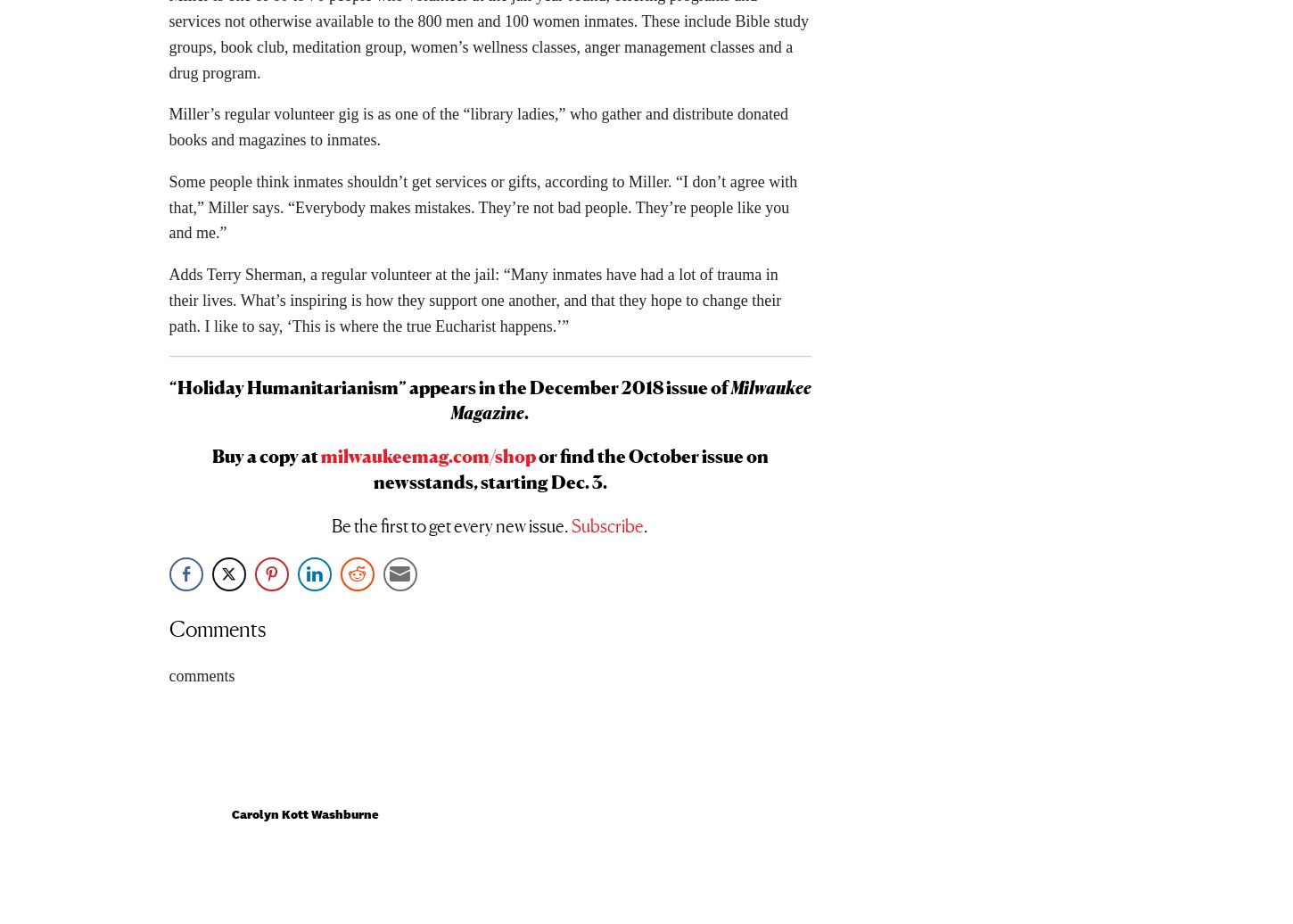 The image size is (1293, 924). What do you see at coordinates (697, 393) in the screenshot?
I see `'issue of'` at bounding box center [697, 393].